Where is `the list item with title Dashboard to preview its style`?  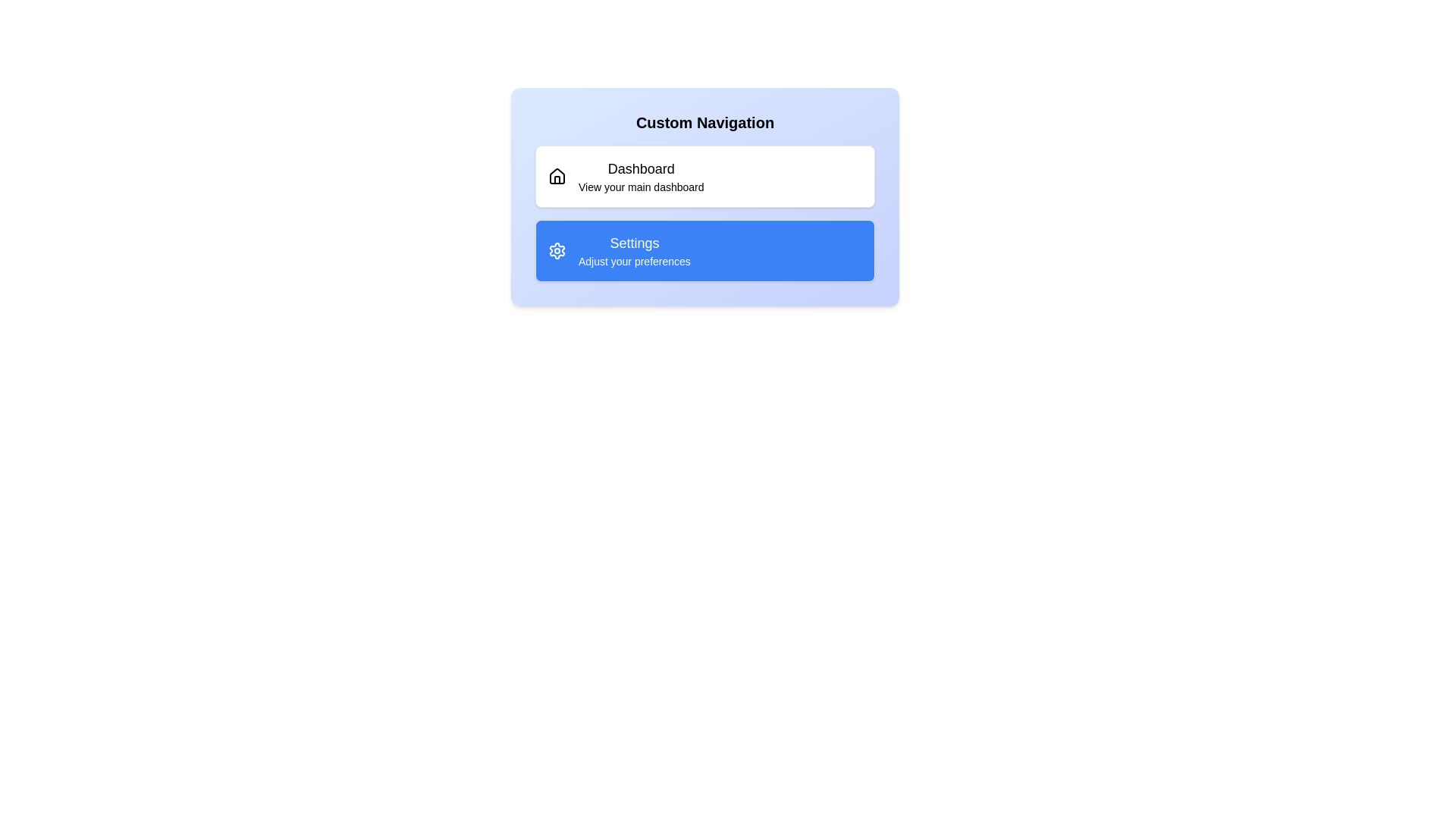 the list item with title Dashboard to preview its style is located at coordinates (704, 175).